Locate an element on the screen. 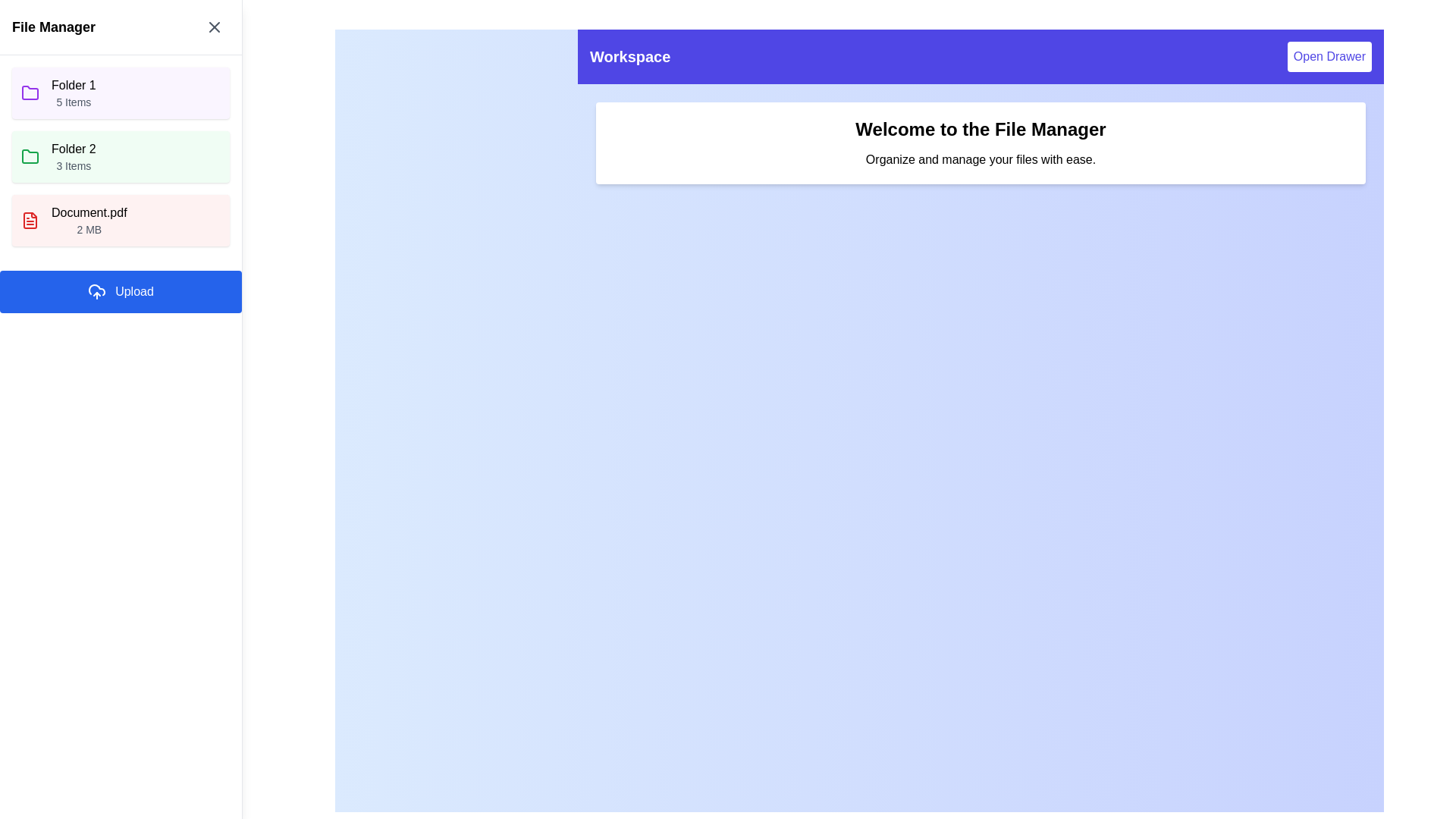 Image resolution: width=1456 pixels, height=819 pixels. the SVG-based folder icon with a purple outline, located adjacent to the label 'Folder 1' in the sidebar is located at coordinates (30, 93).